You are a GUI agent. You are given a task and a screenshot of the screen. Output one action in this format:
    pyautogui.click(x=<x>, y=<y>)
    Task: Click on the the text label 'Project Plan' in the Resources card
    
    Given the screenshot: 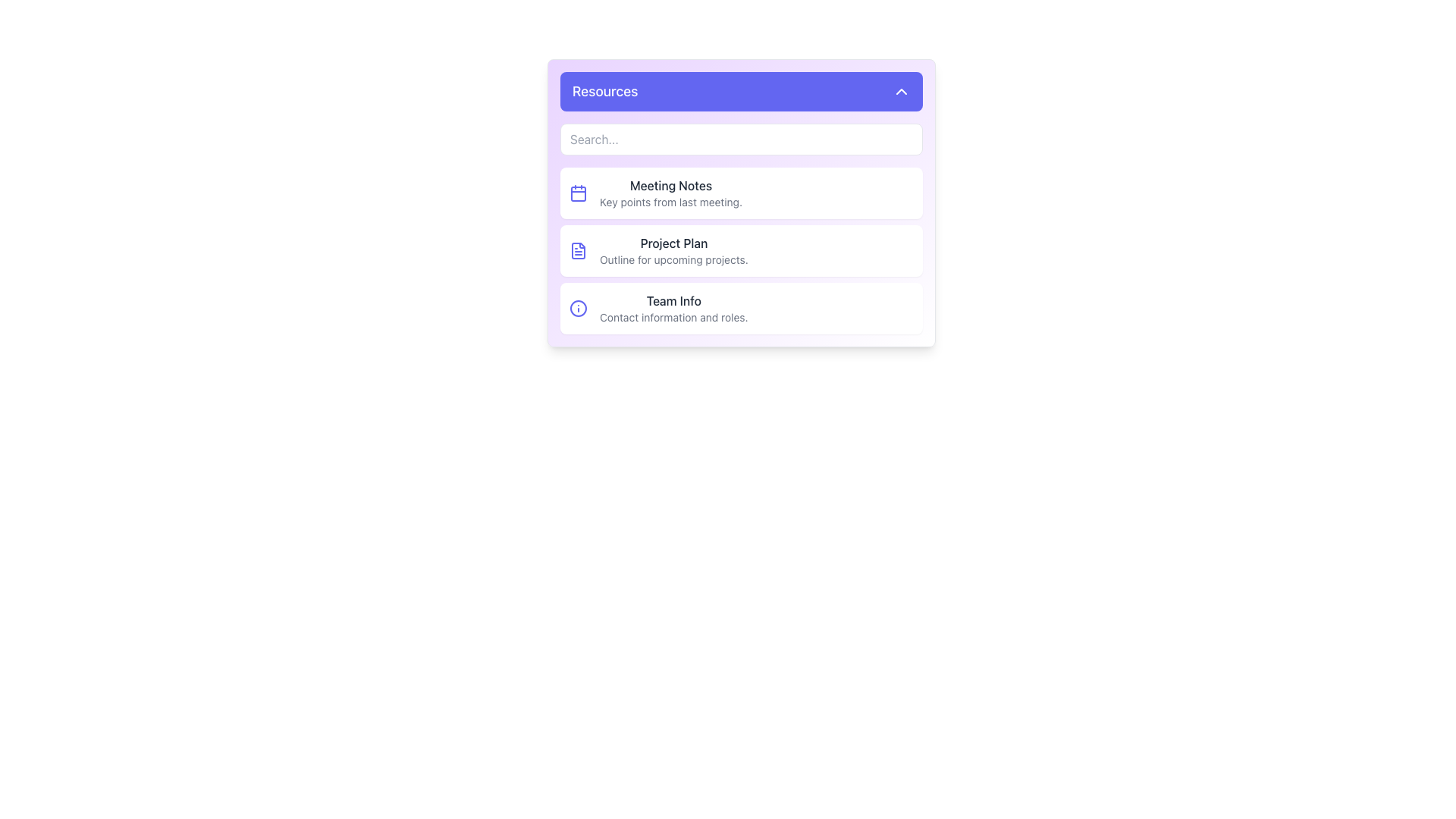 What is the action you would take?
    pyautogui.click(x=673, y=250)
    